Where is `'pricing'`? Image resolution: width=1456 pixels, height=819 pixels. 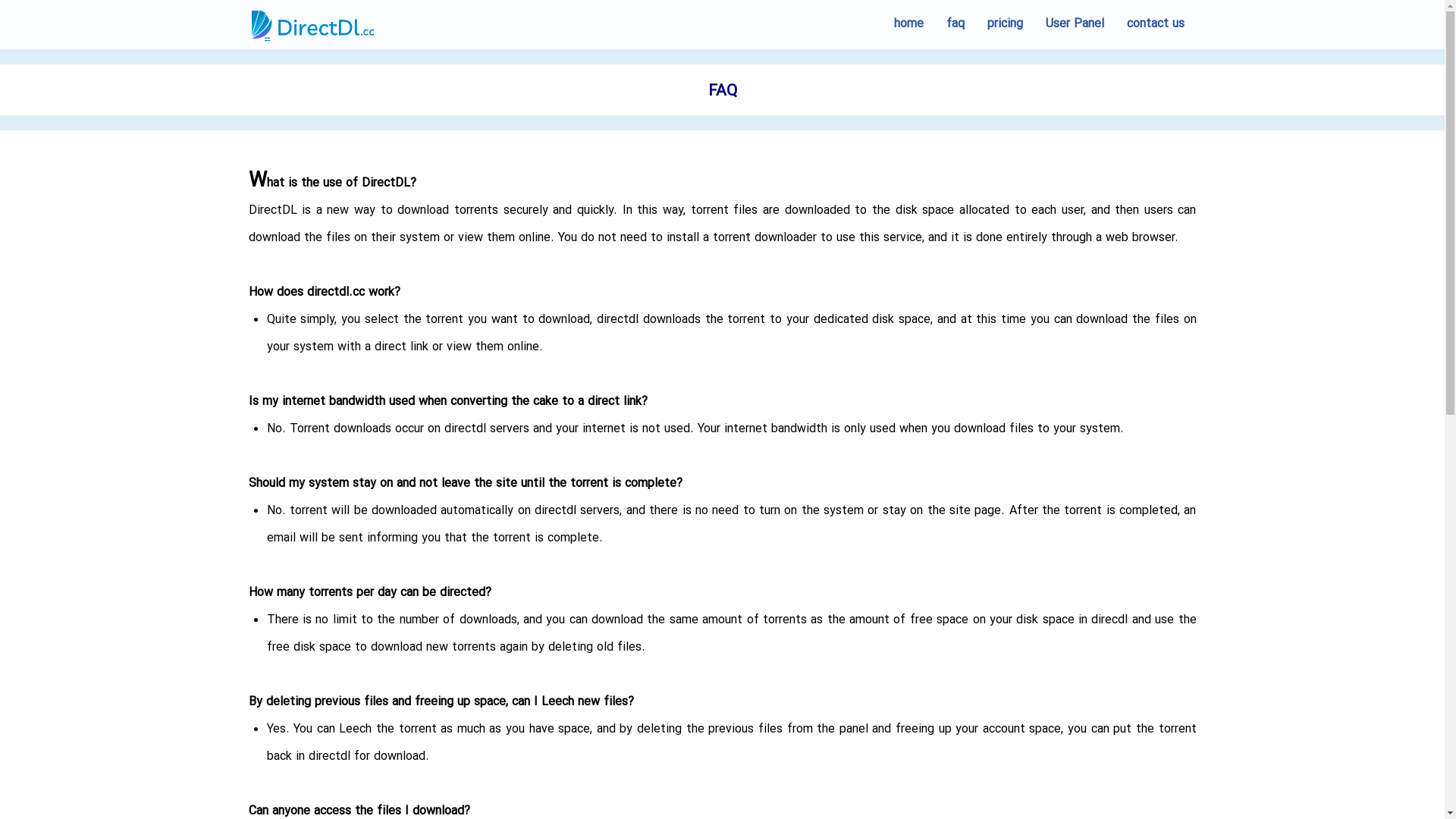 'pricing' is located at coordinates (1004, 24).